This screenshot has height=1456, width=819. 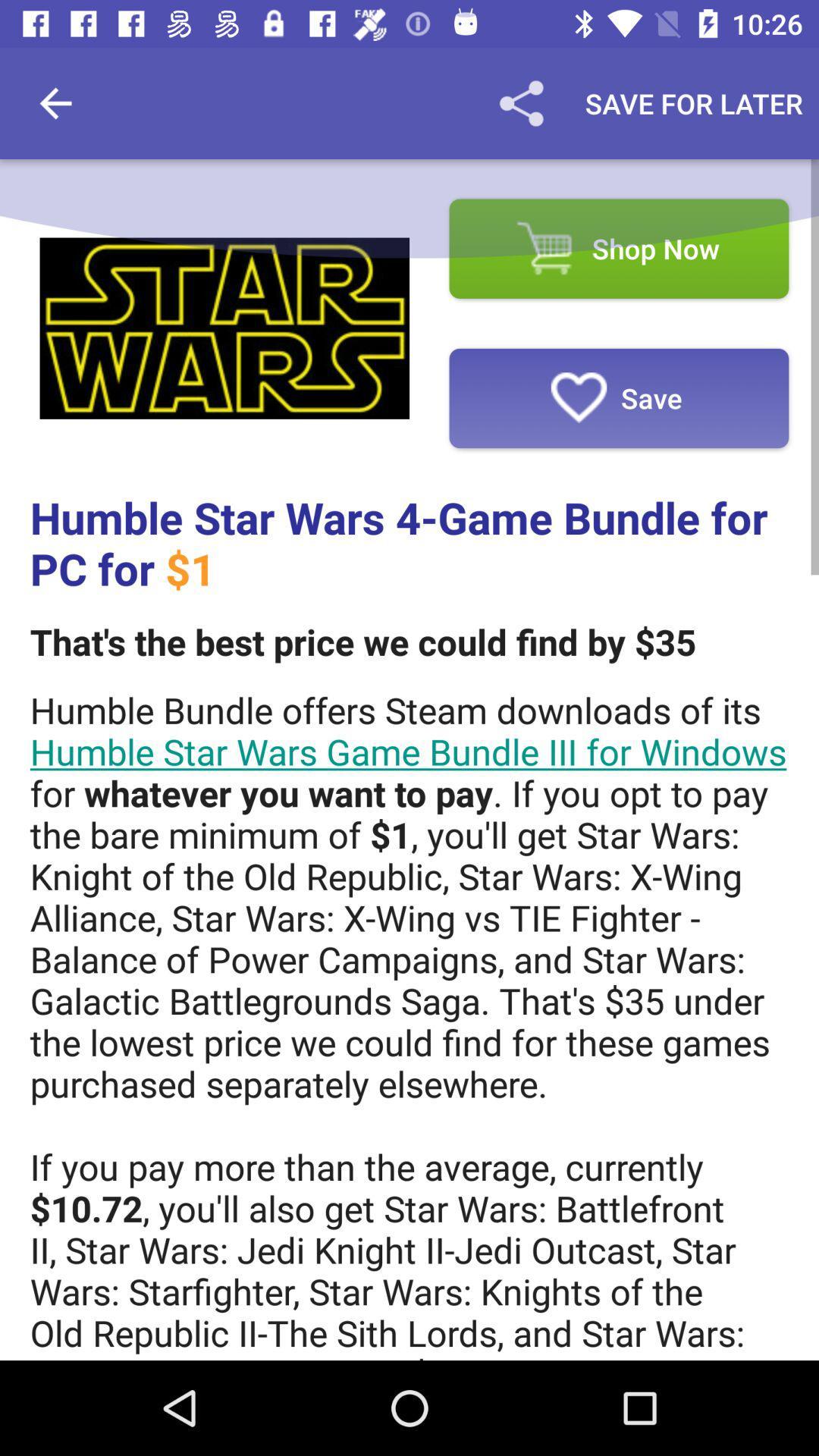 I want to click on the item to the left of save for later icon, so click(x=520, y=102).